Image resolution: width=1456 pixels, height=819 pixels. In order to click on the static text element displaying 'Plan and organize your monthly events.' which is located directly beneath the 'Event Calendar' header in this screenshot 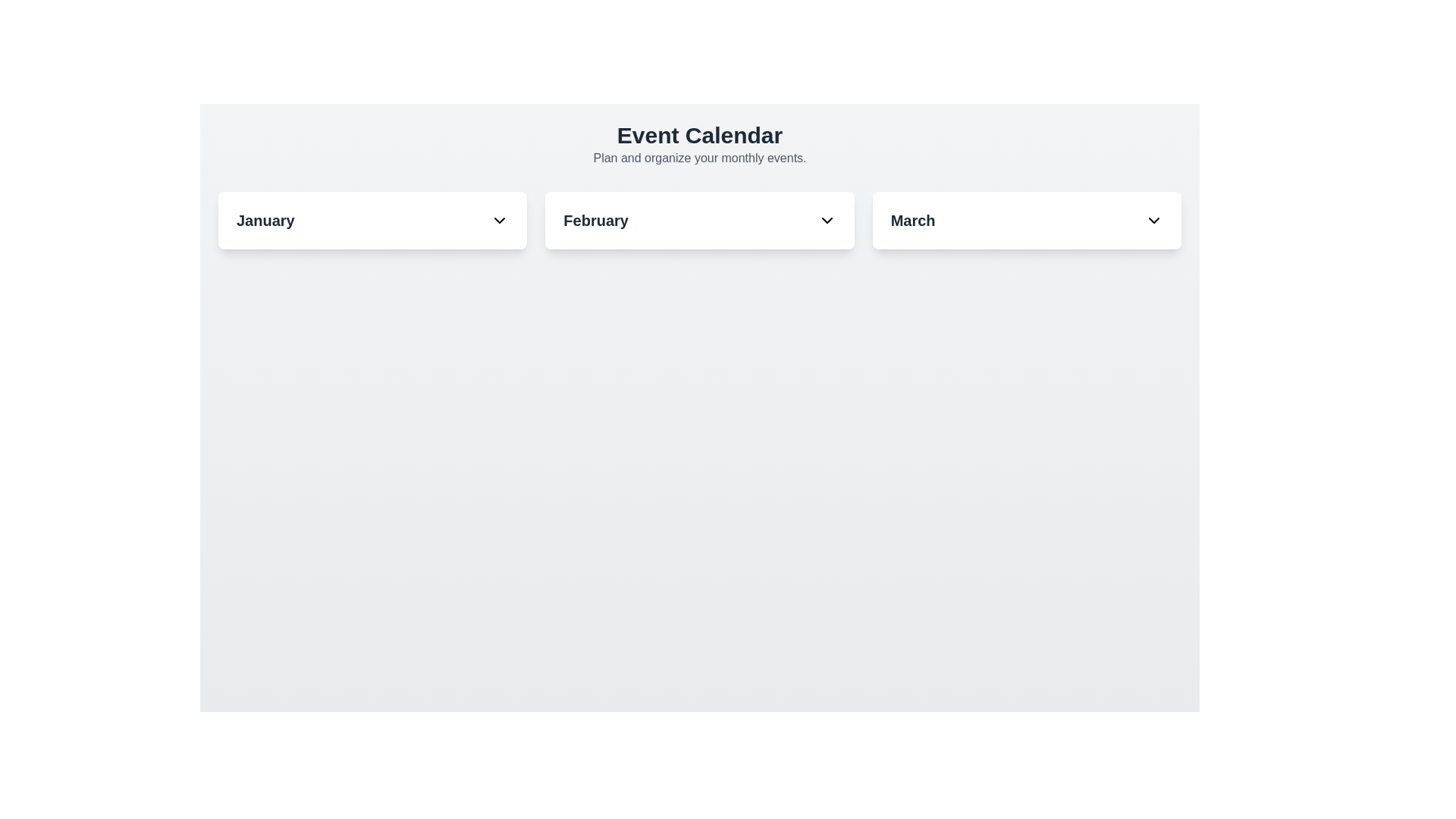, I will do `click(698, 158)`.